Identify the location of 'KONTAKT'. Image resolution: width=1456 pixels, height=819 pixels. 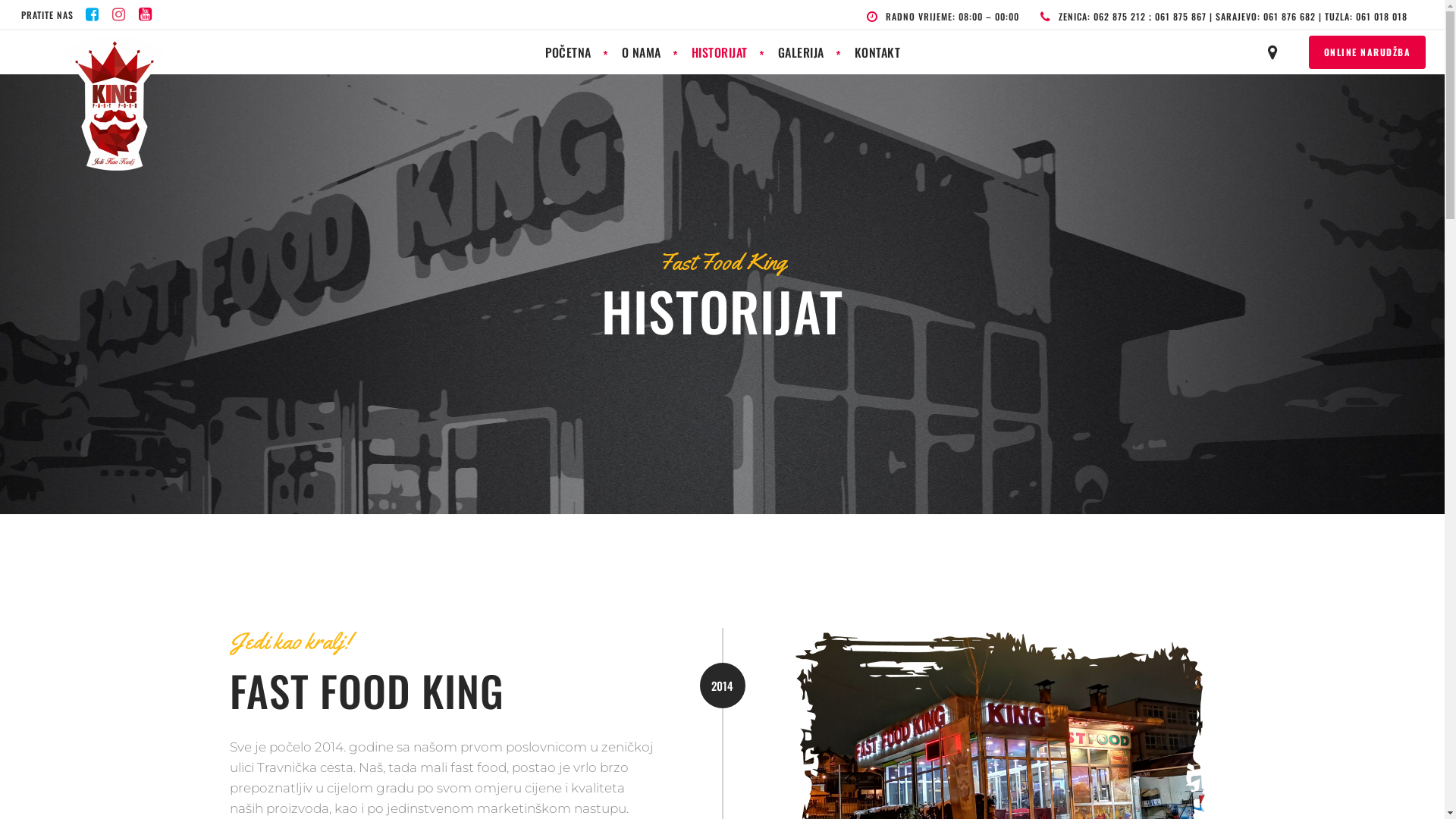
(877, 52).